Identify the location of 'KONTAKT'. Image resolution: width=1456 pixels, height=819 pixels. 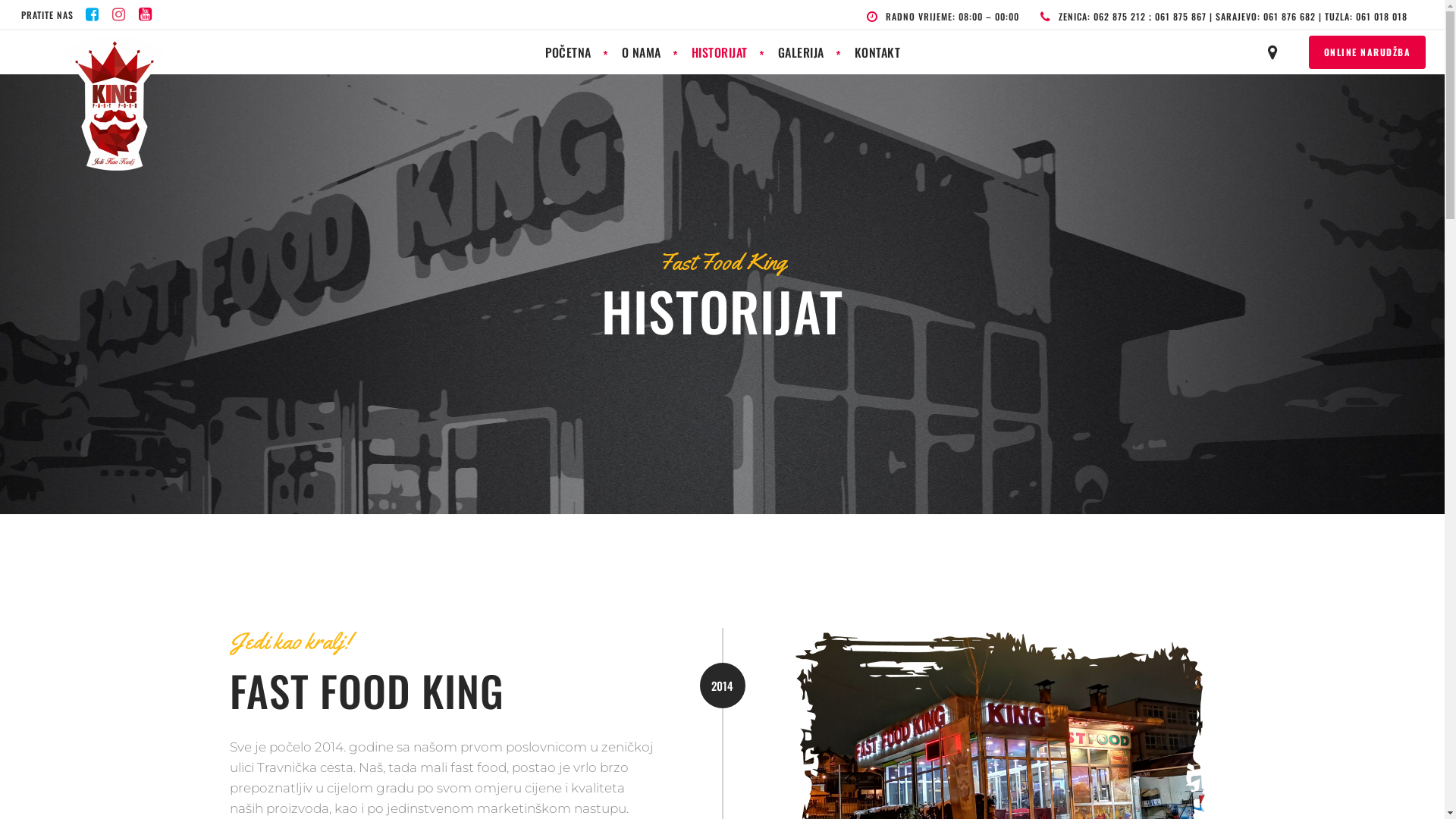
(877, 52).